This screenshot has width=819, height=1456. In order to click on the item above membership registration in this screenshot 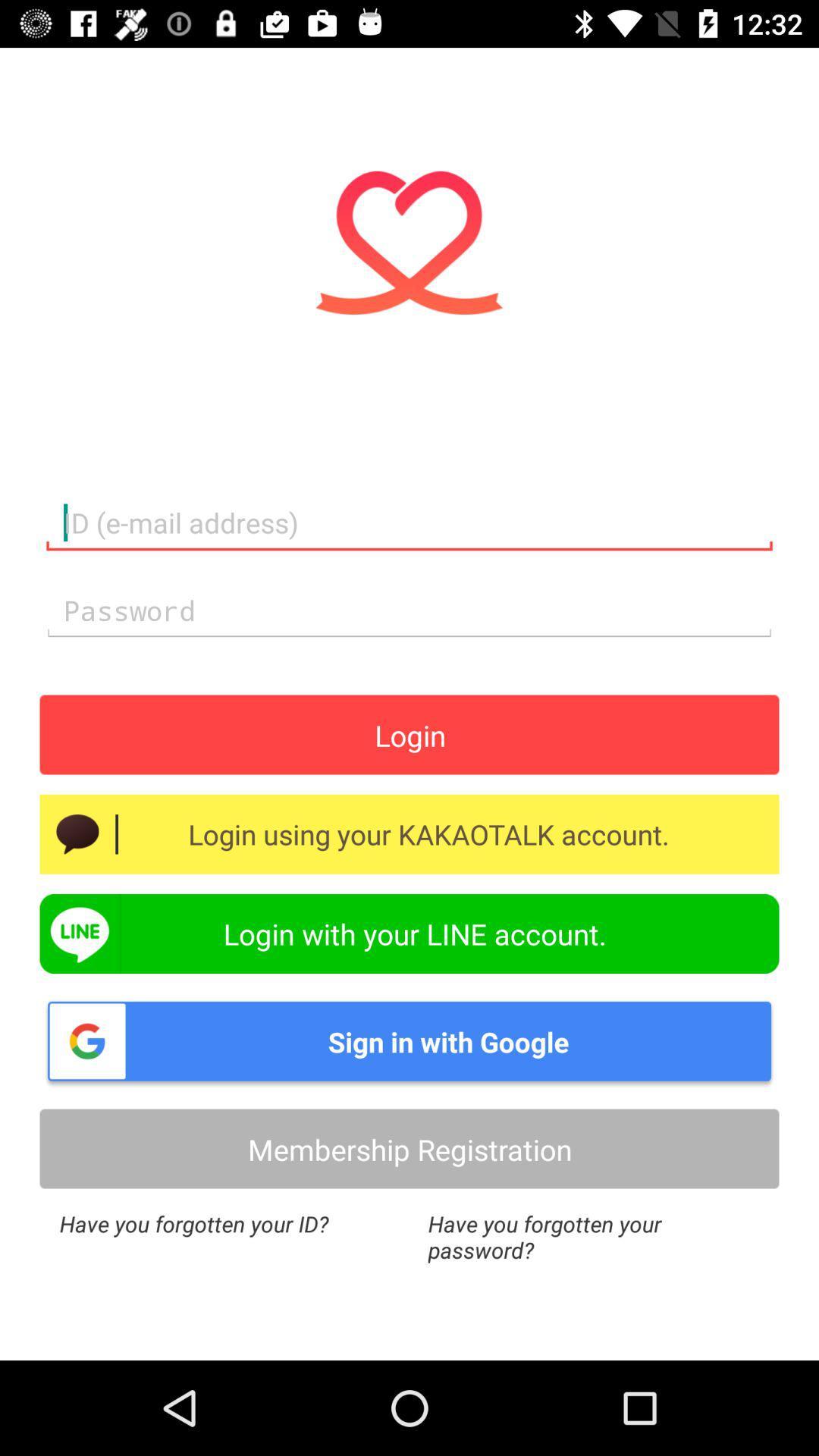, I will do `click(409, 1040)`.